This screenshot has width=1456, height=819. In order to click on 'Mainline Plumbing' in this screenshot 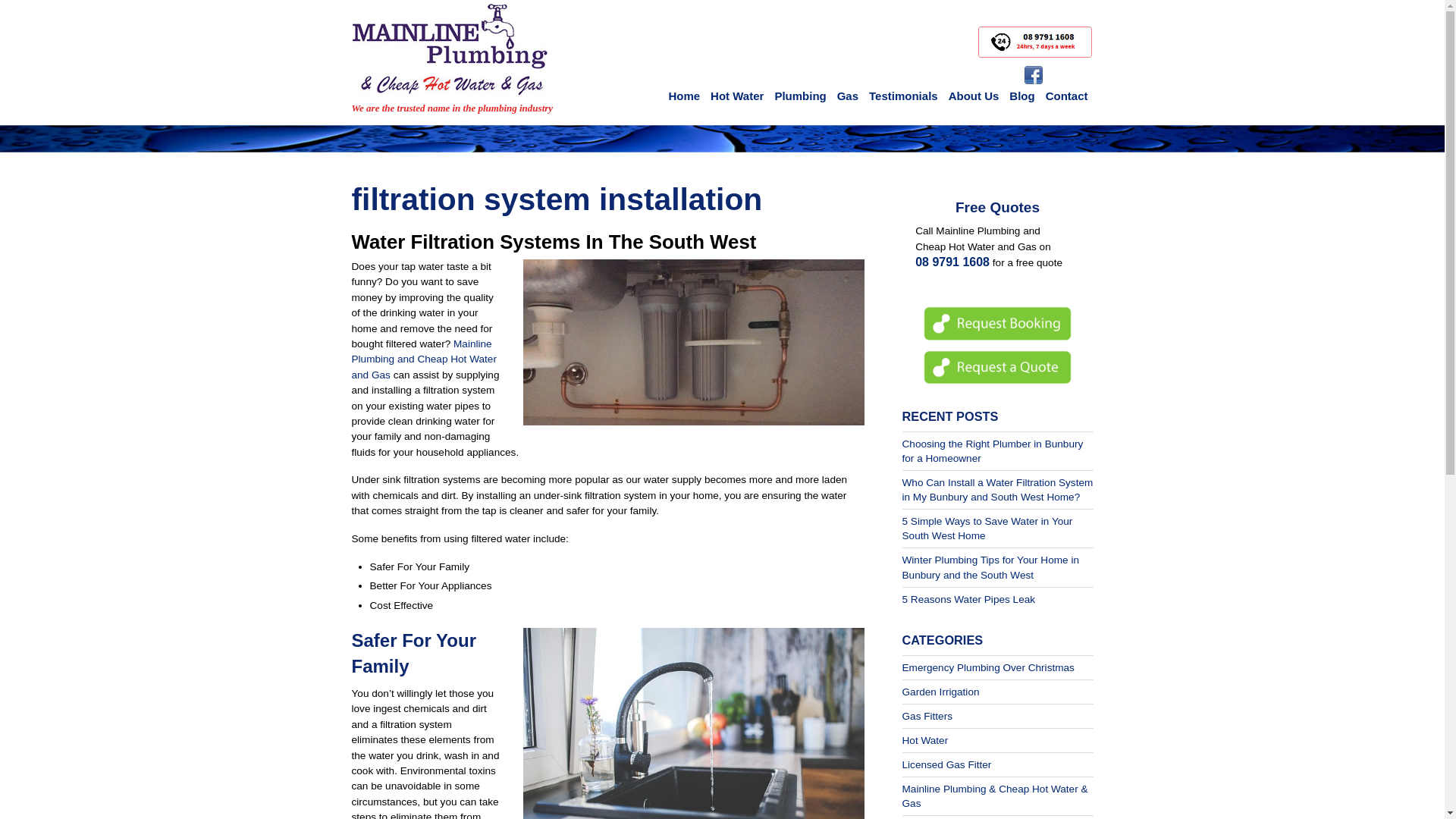, I will do `click(449, 49)`.